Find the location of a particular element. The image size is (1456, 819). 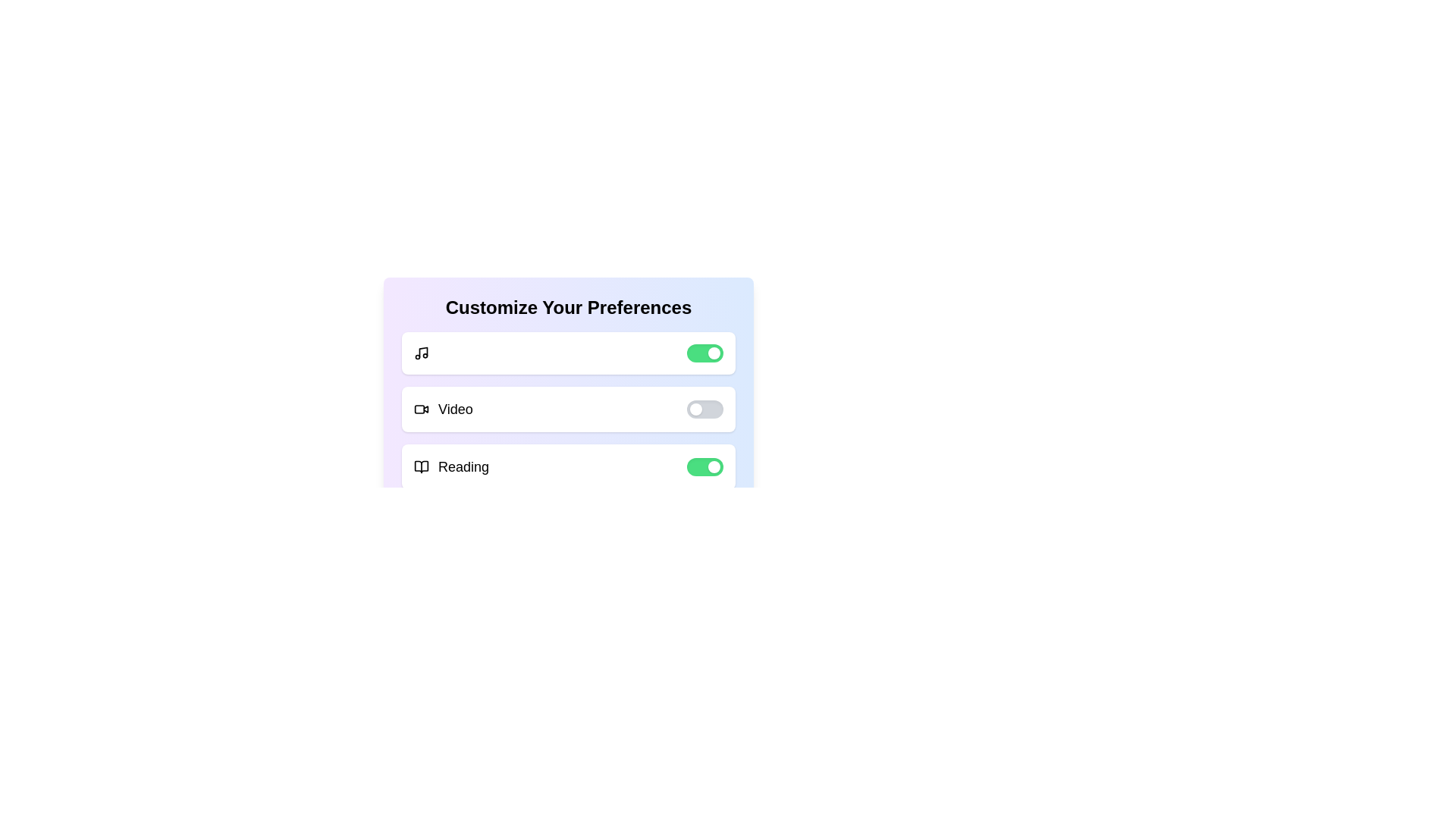

the 'Reading' toggle switch to change its state is located at coordinates (704, 466).